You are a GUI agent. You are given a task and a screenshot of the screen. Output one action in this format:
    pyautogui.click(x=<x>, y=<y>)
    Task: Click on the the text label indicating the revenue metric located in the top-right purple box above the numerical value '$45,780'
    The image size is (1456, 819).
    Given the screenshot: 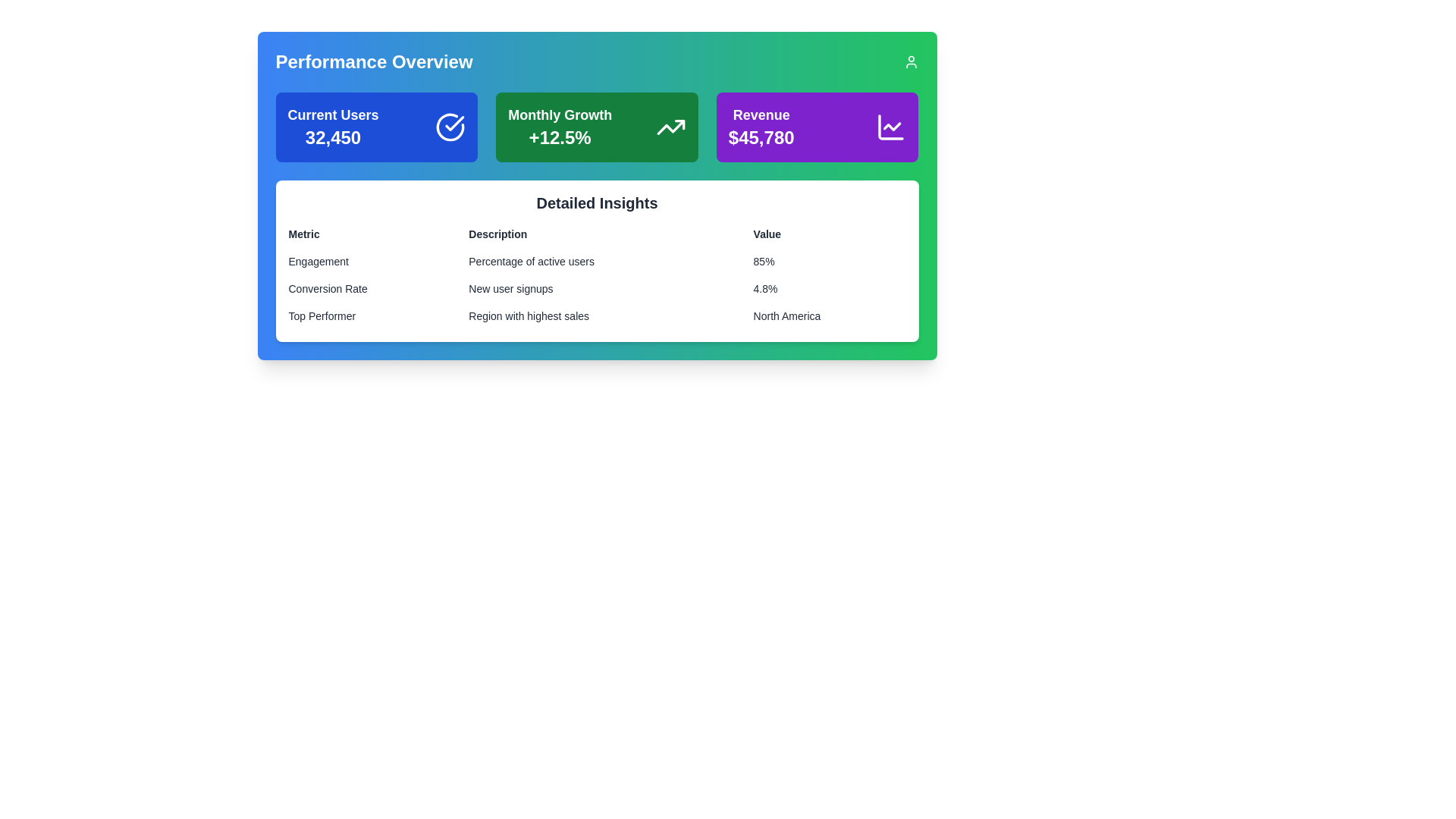 What is the action you would take?
    pyautogui.click(x=761, y=114)
    